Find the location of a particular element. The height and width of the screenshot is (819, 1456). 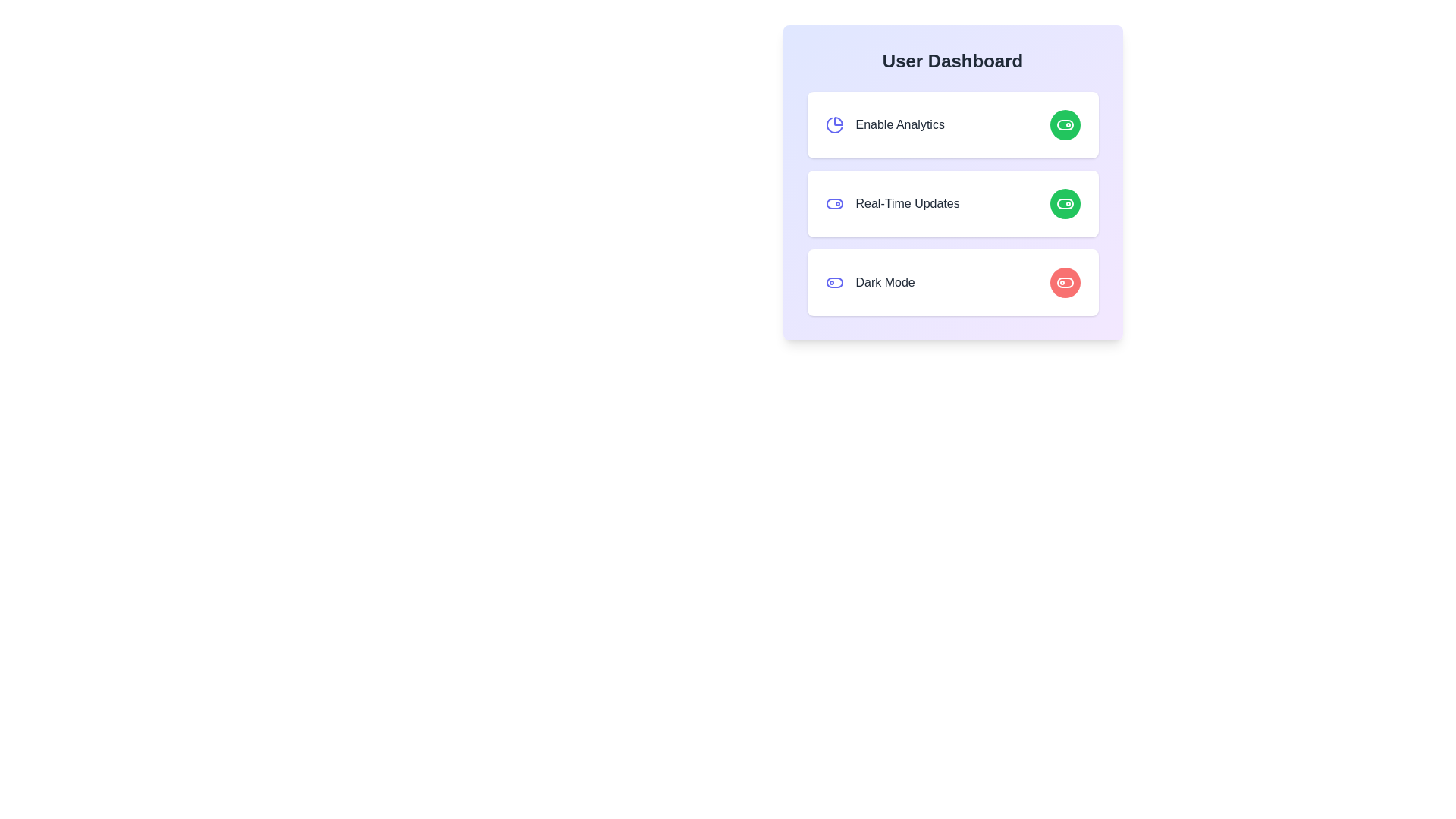

the 'Real-Time Updates' text label in the User Dashboard, which is the second item in a vertical list of features is located at coordinates (908, 203).